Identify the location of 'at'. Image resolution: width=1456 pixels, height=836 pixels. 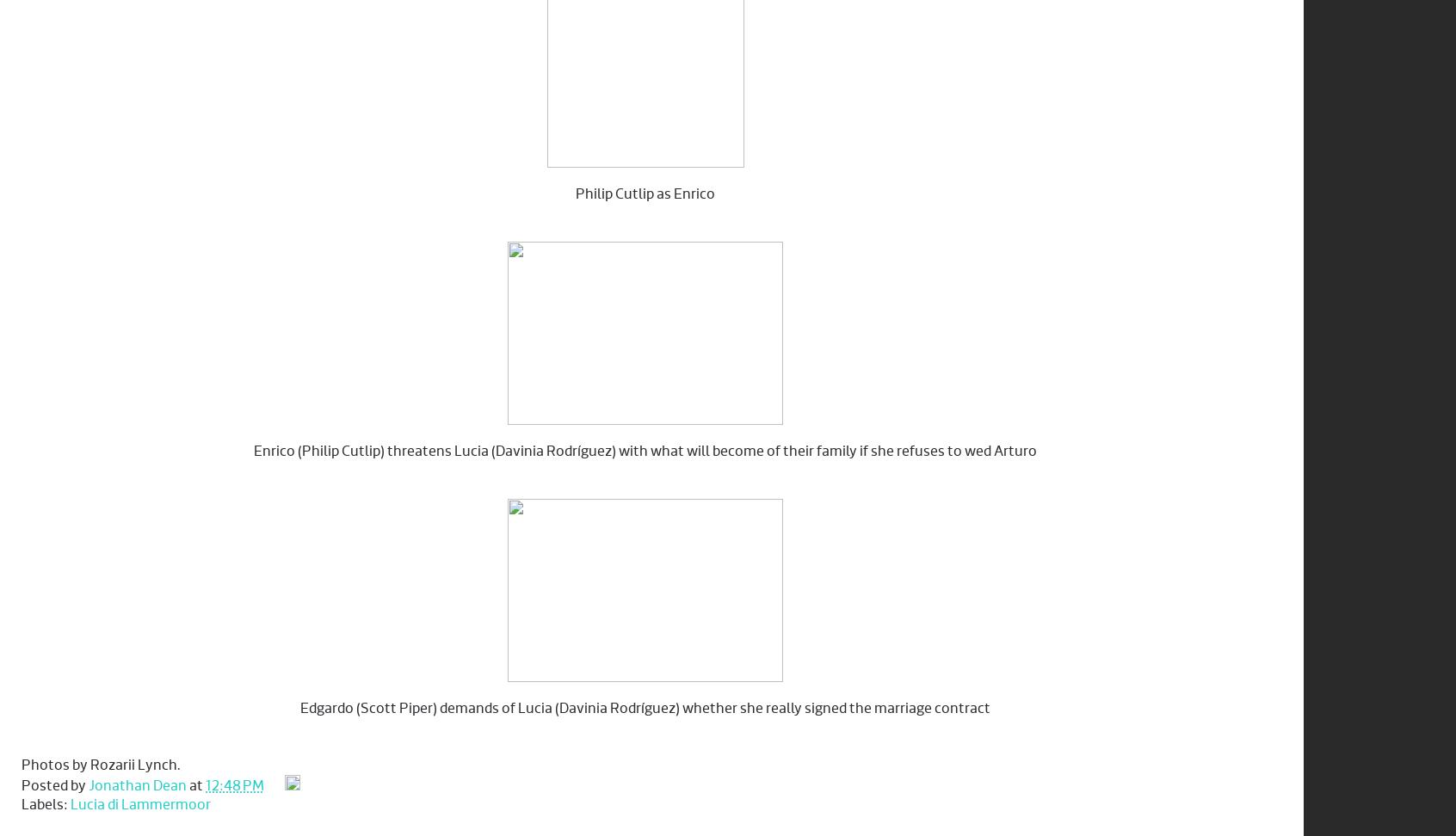
(188, 784).